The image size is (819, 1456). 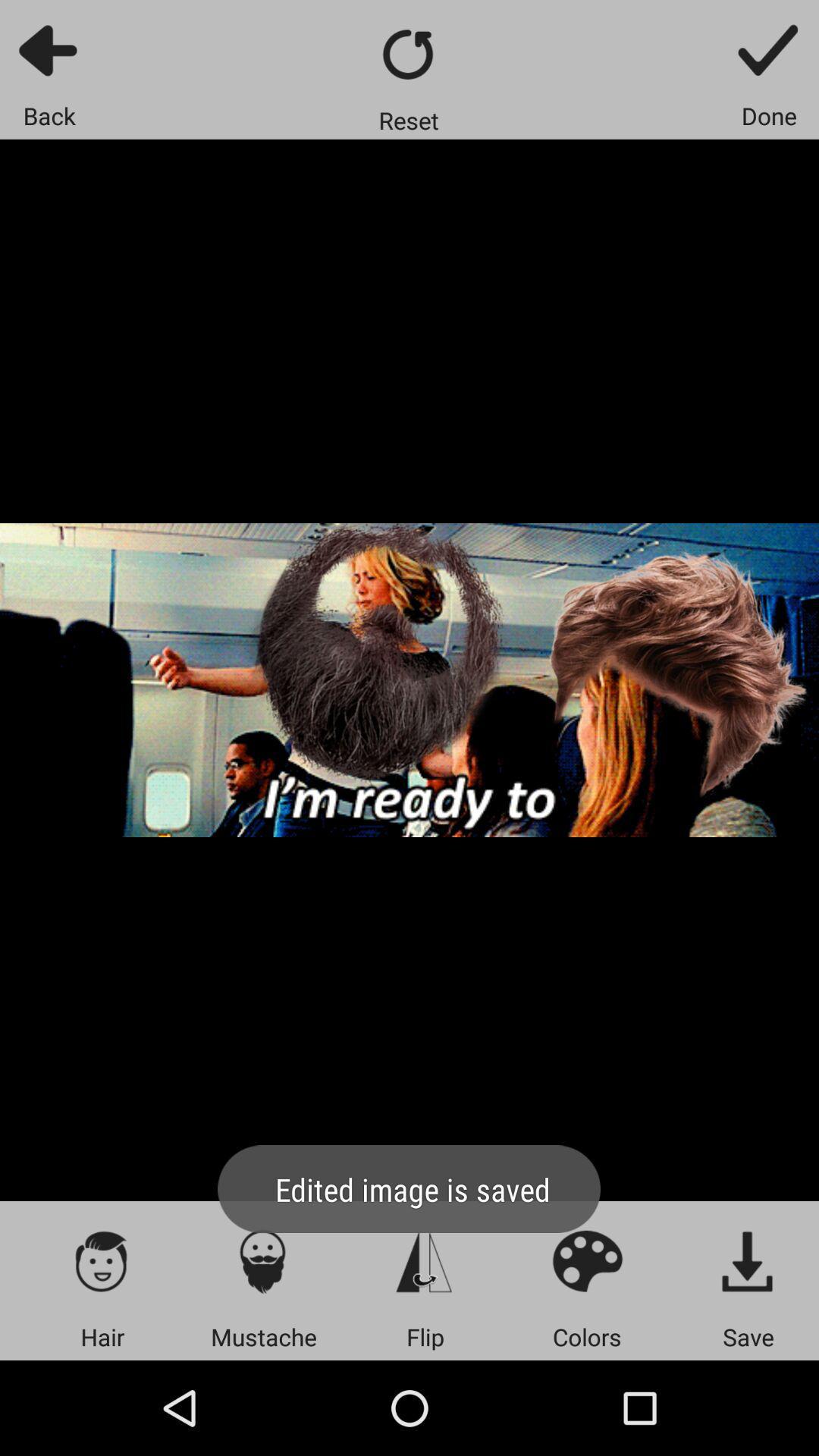 What do you see at coordinates (748, 1260) in the screenshot?
I see `download` at bounding box center [748, 1260].